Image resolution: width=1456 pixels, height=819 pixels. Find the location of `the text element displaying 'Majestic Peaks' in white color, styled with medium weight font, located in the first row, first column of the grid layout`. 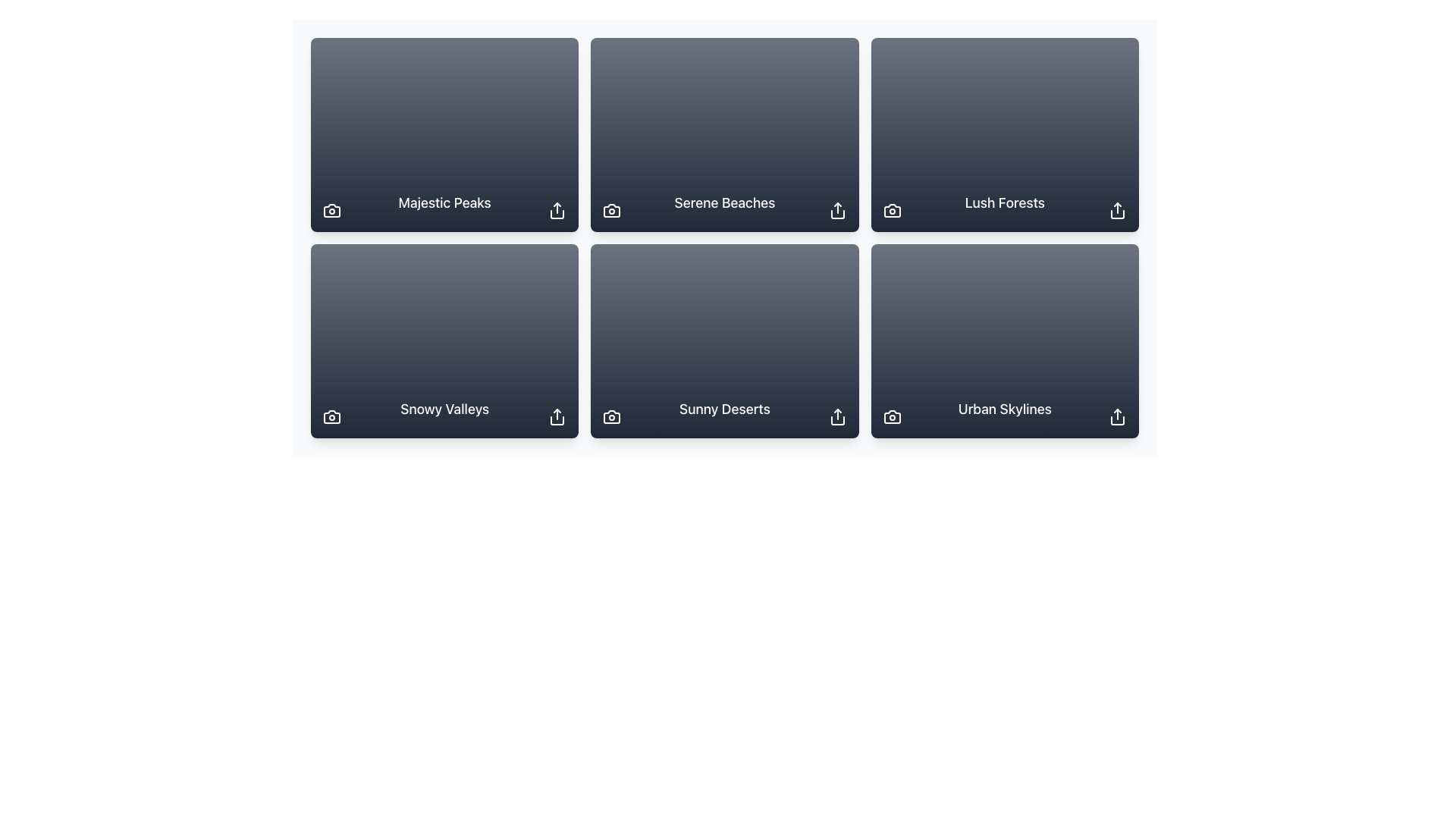

the text element displaying 'Majestic Peaks' in white color, styled with medium weight font, located in the first row, first column of the grid layout is located at coordinates (444, 202).